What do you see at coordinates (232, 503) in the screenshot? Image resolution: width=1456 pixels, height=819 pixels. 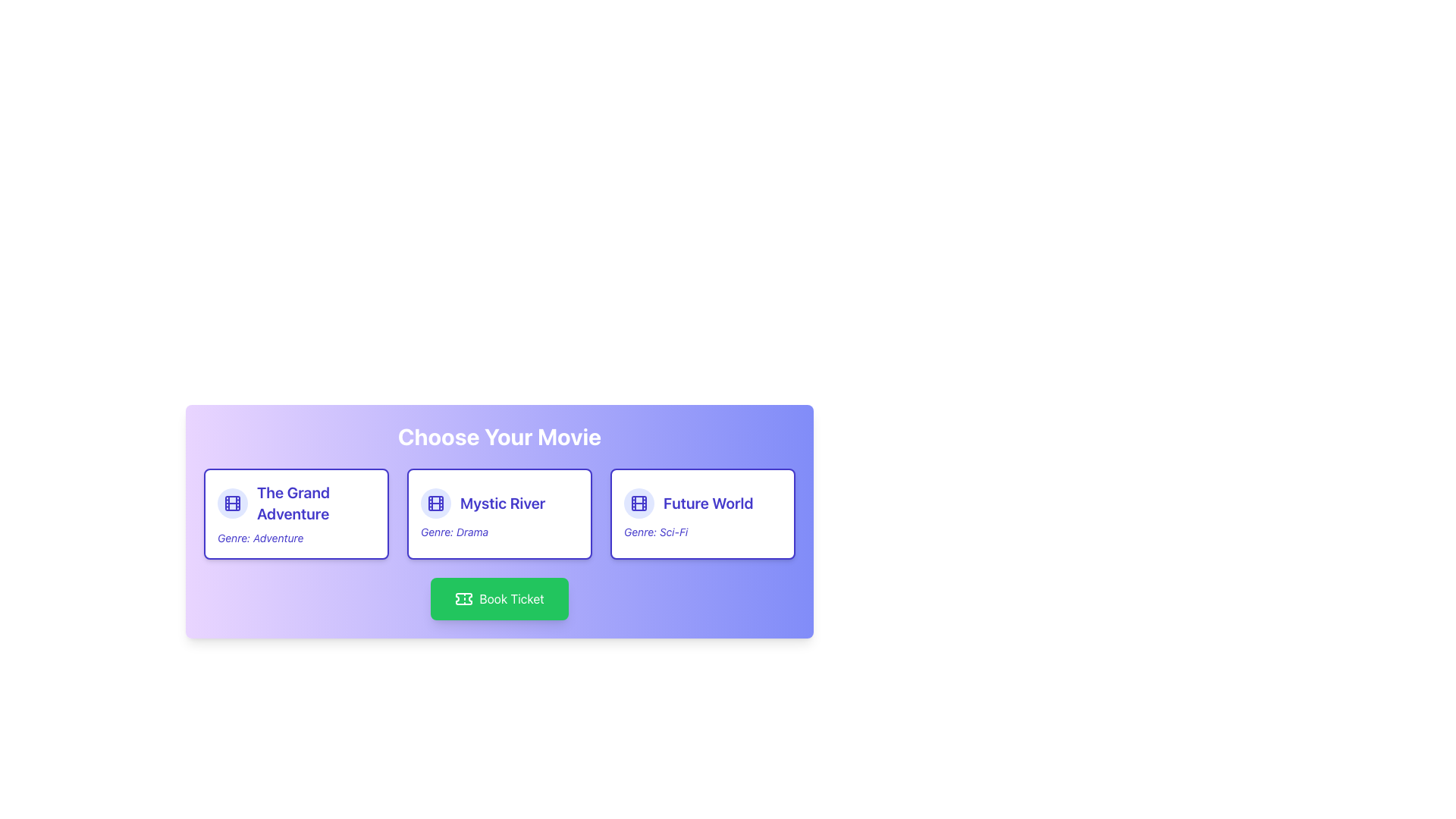 I see `the small circular button-like component with a light purple background and a white center depicting a film icon outlined in blue, located in the leftmost option box labeled 'The Grand Adventure'` at bounding box center [232, 503].